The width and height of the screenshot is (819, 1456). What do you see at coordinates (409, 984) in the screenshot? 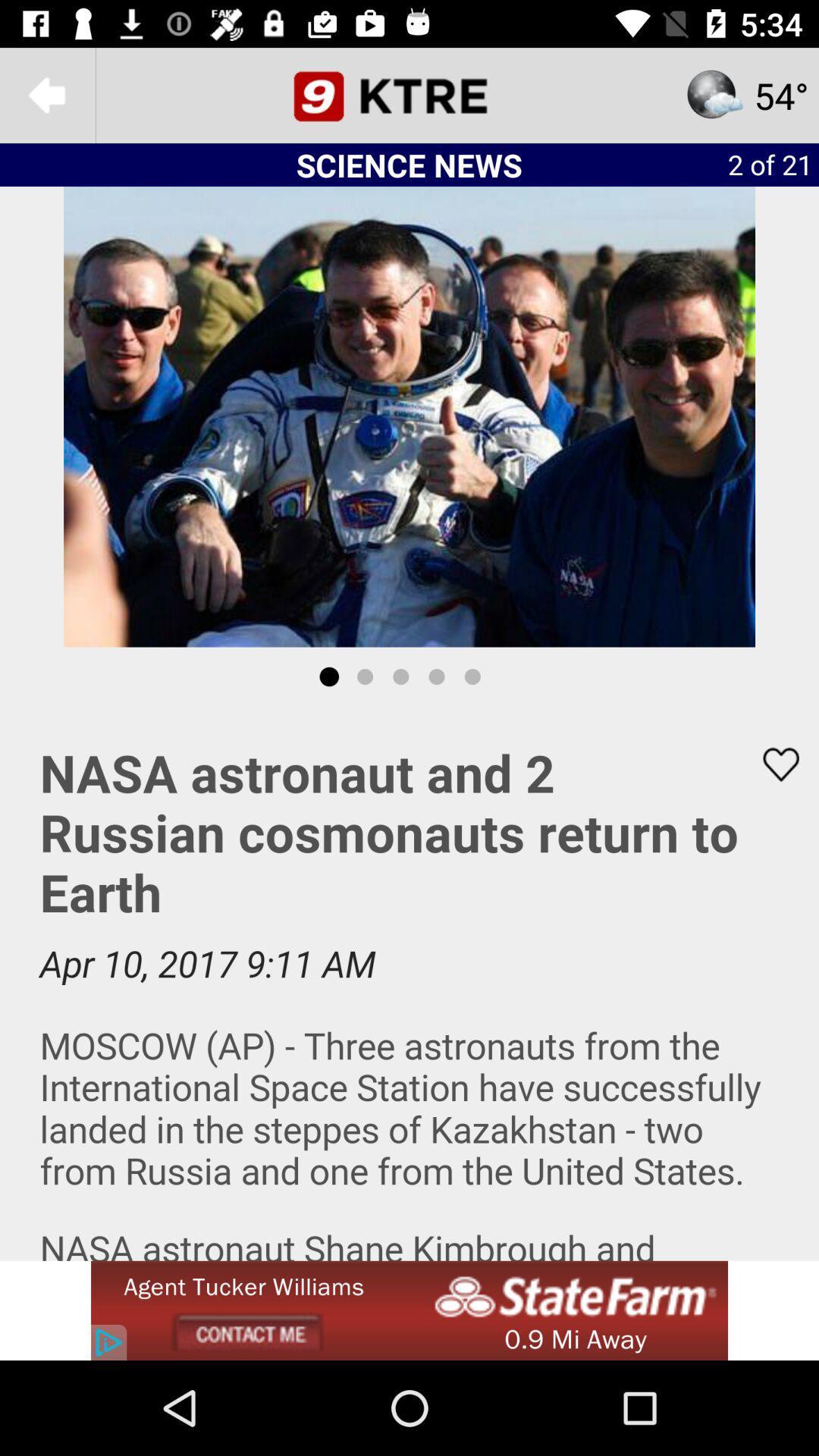
I see `read full news` at bounding box center [409, 984].